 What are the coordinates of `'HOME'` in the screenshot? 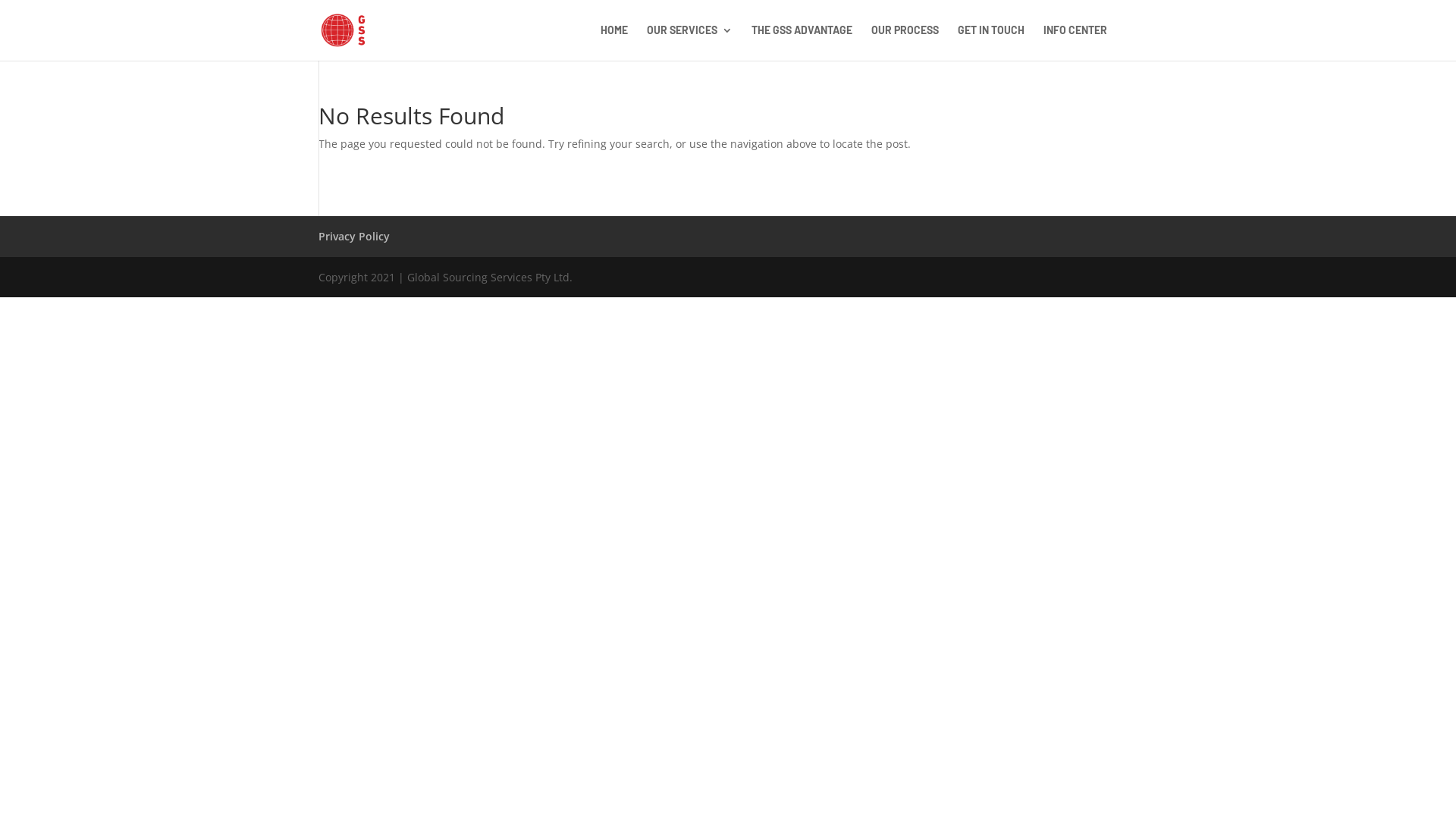 It's located at (600, 42).